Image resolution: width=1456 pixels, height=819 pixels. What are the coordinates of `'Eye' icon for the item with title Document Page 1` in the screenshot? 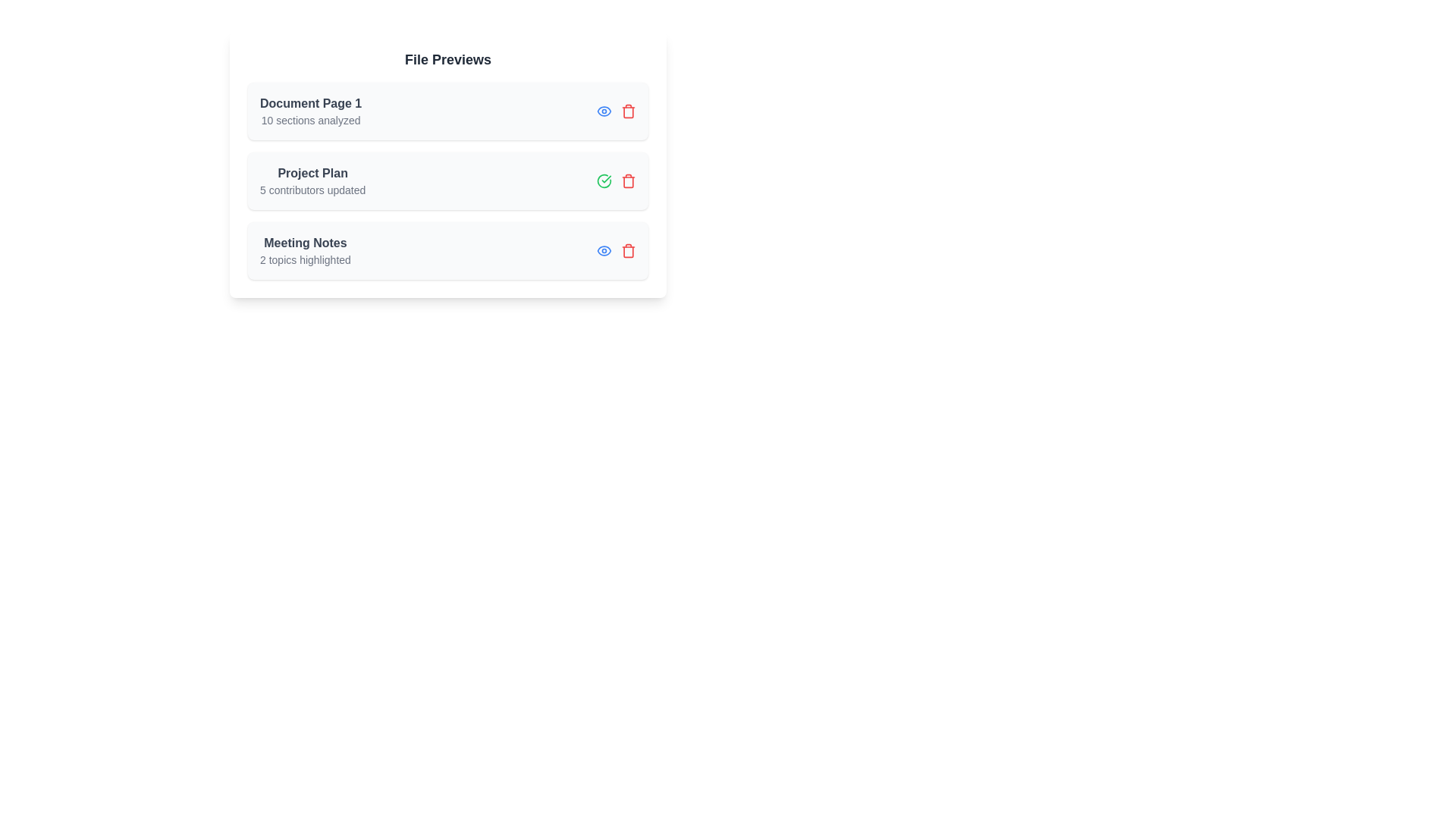 It's located at (603, 110).